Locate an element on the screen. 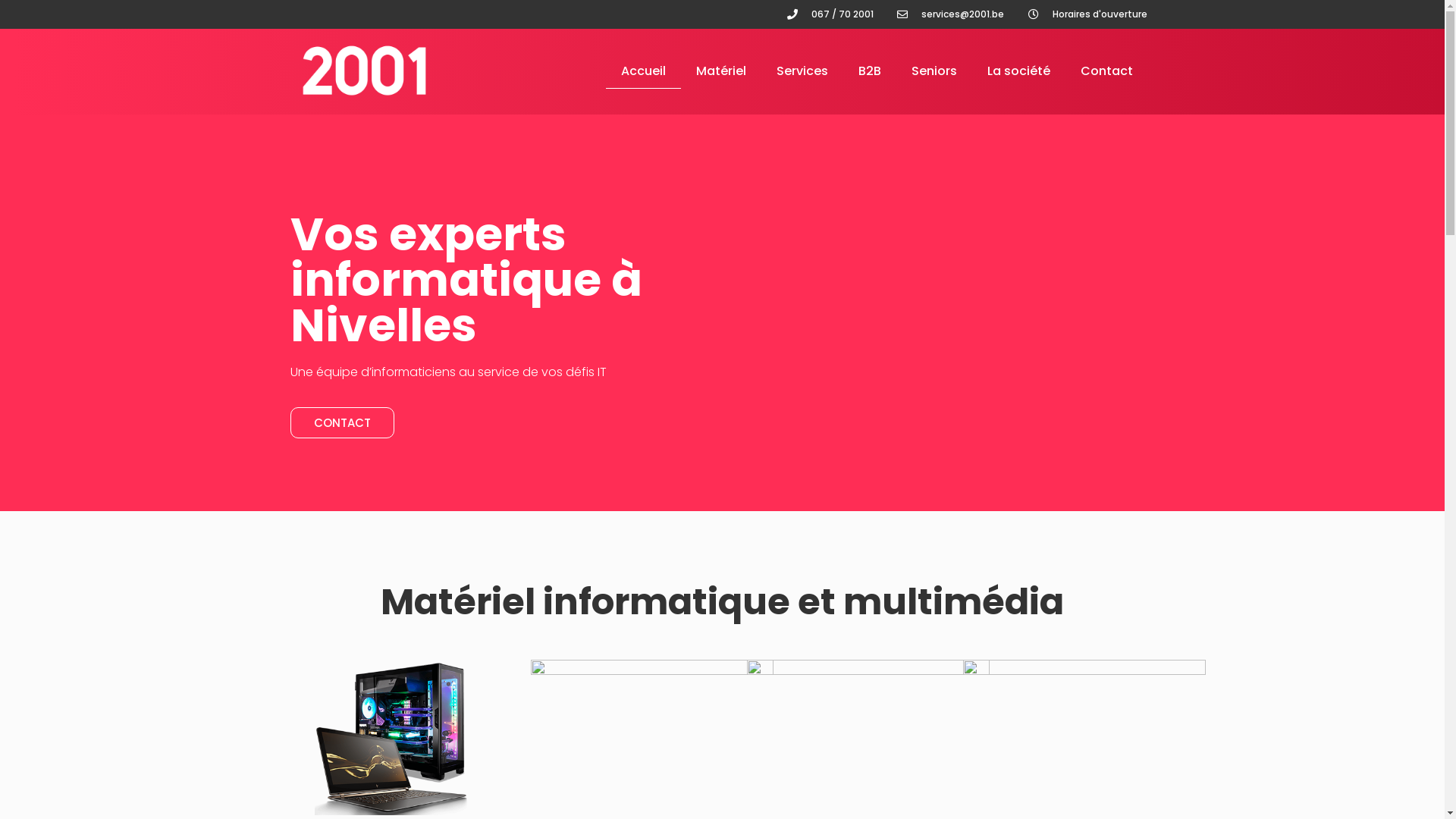  'Services' is located at coordinates (801, 71).